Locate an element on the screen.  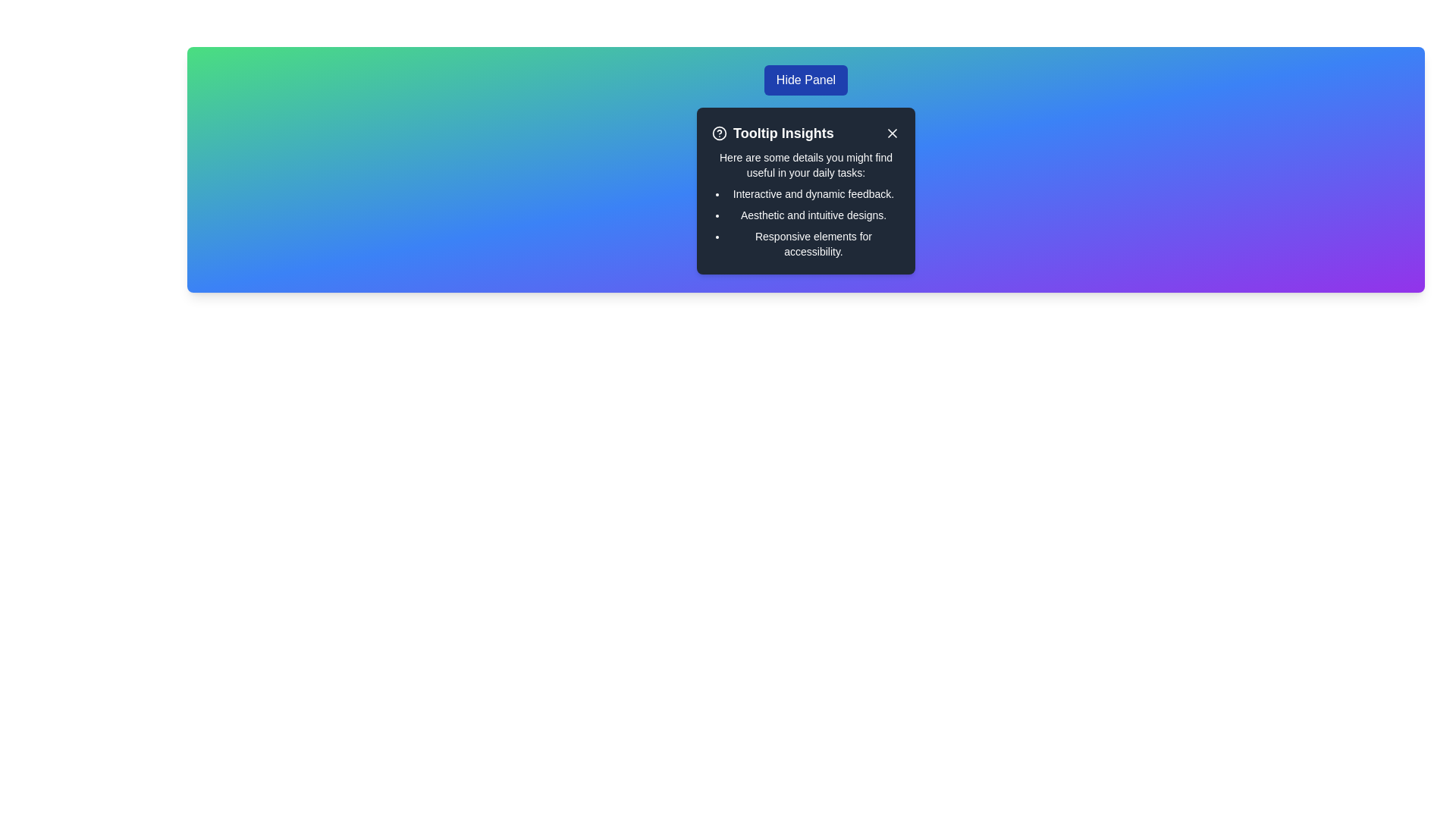
the first item in the bullet-pointed list containing the text 'Interactive and dynamic feedback.' in the tooltip is located at coordinates (813, 193).